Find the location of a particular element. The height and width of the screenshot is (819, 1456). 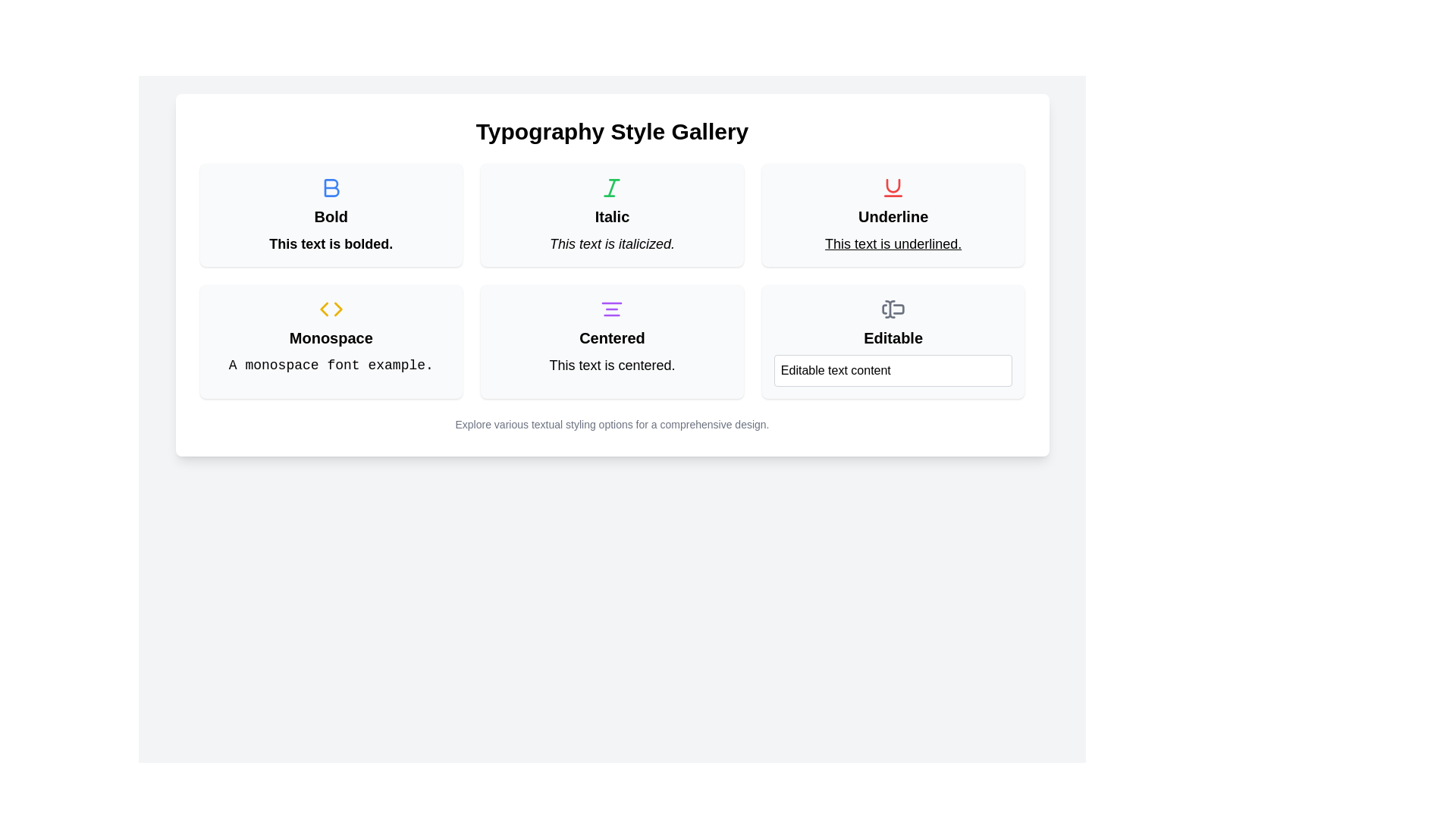

the bold text label element with the label 'Bold', which is styled with a larger font size and positioned prominently below a typography icon is located at coordinates (330, 216).